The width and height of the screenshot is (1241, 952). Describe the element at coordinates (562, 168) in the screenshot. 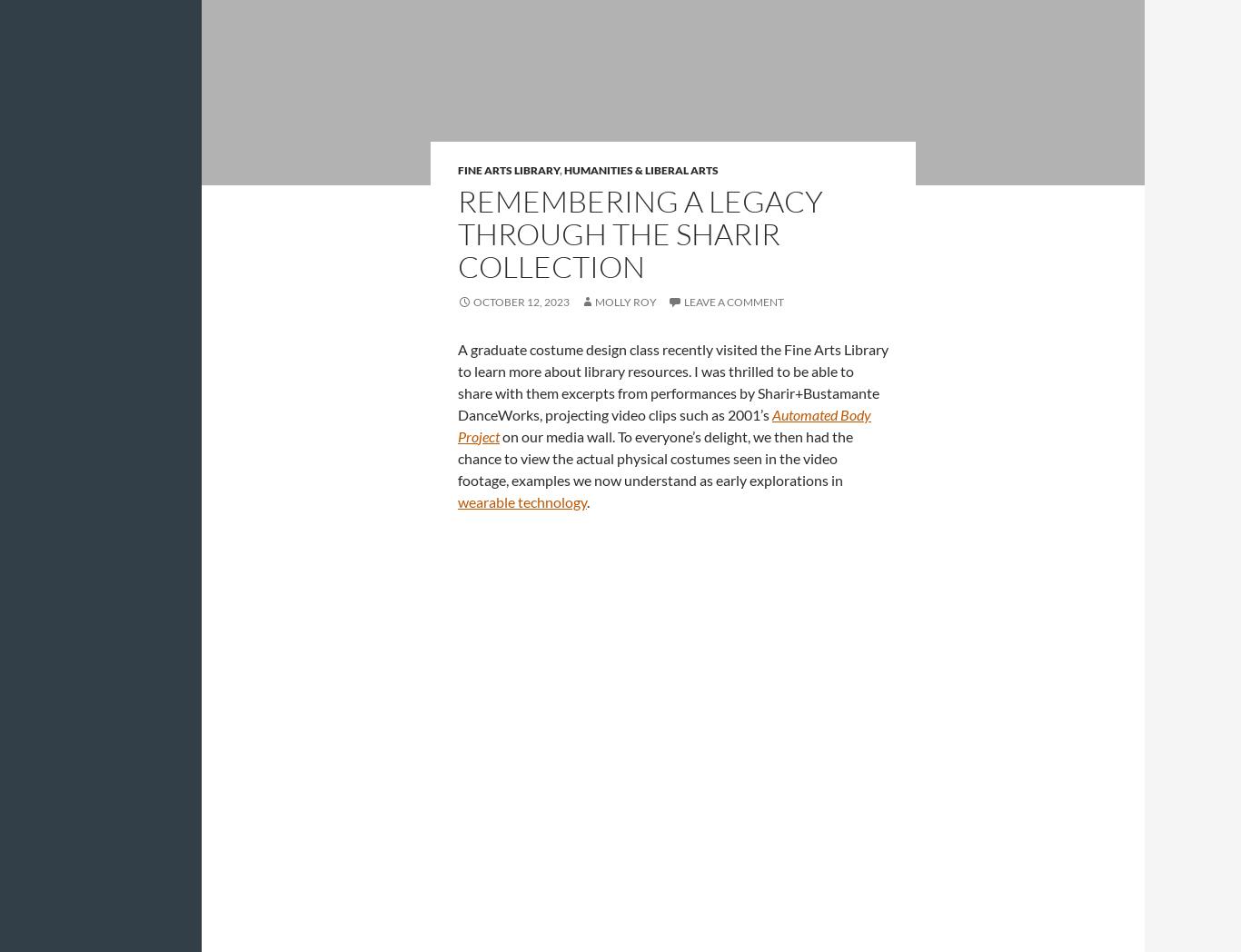

I see `'Humanities & Liberal Arts'` at that location.